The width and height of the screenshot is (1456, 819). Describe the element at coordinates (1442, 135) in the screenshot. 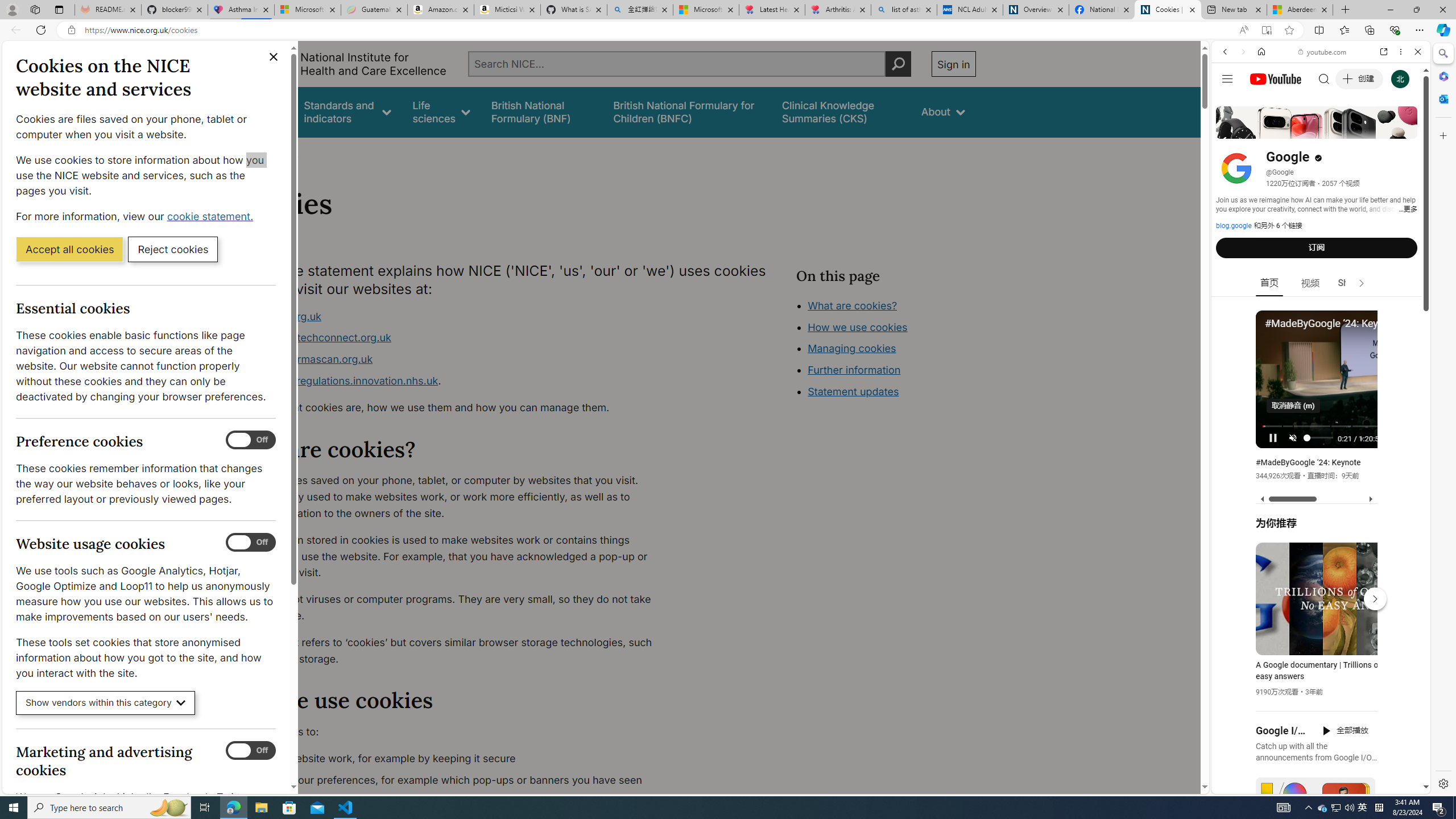

I see `'Close Customize pane'` at that location.